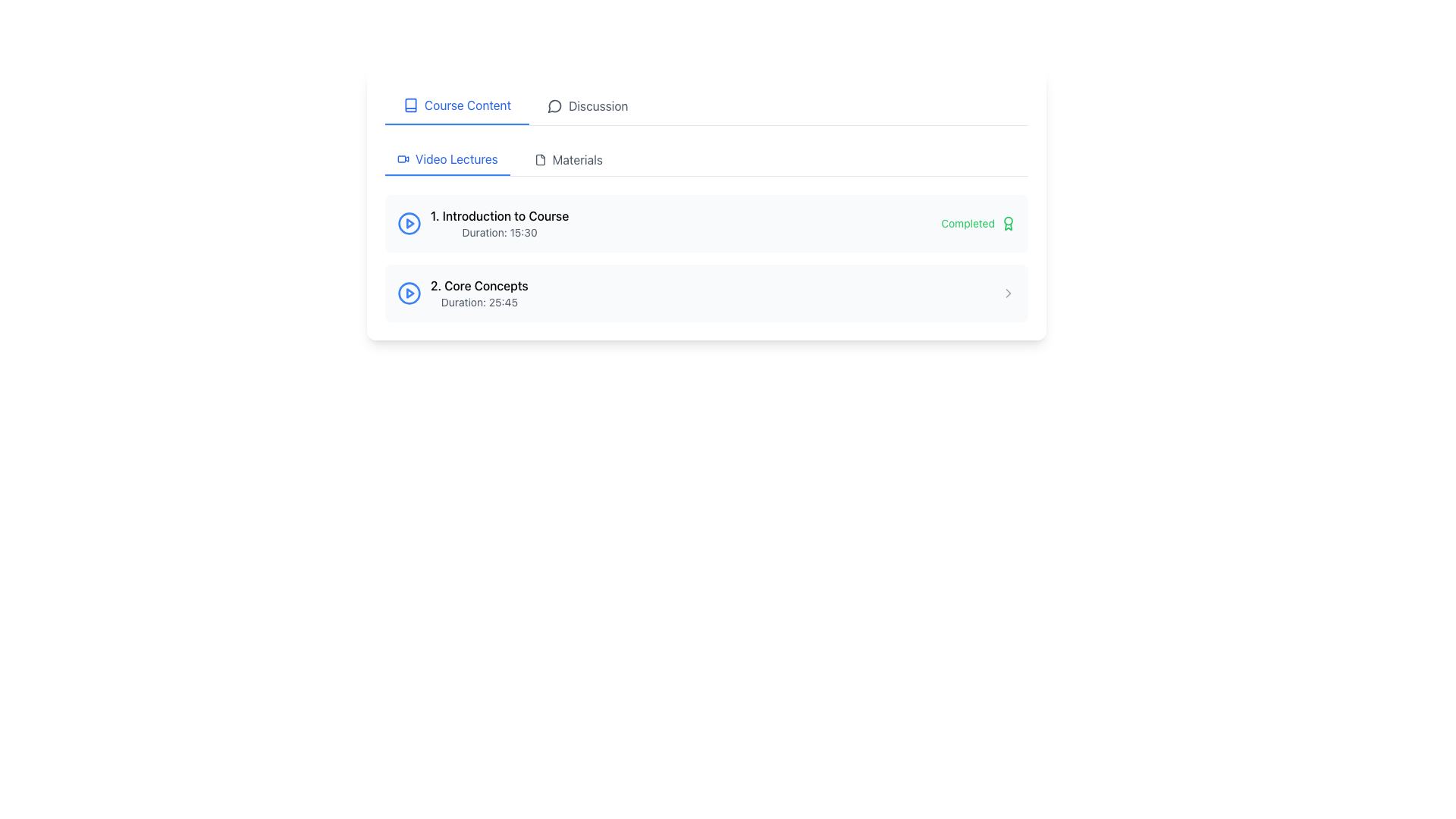  What do you see at coordinates (409, 293) in the screenshot?
I see `the play button located to the immediate left of the text '2. Core Concepts'` at bounding box center [409, 293].